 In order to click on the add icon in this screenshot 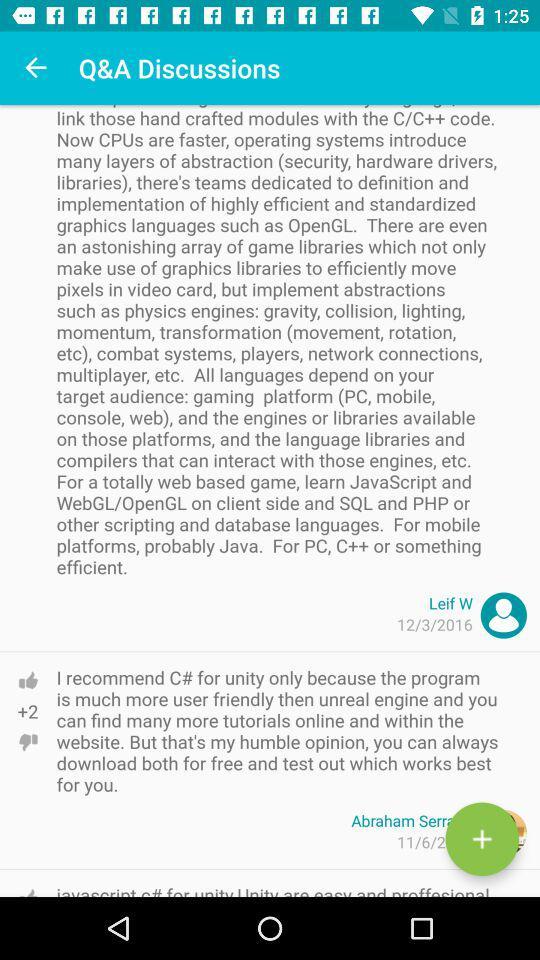, I will do `click(481, 839)`.